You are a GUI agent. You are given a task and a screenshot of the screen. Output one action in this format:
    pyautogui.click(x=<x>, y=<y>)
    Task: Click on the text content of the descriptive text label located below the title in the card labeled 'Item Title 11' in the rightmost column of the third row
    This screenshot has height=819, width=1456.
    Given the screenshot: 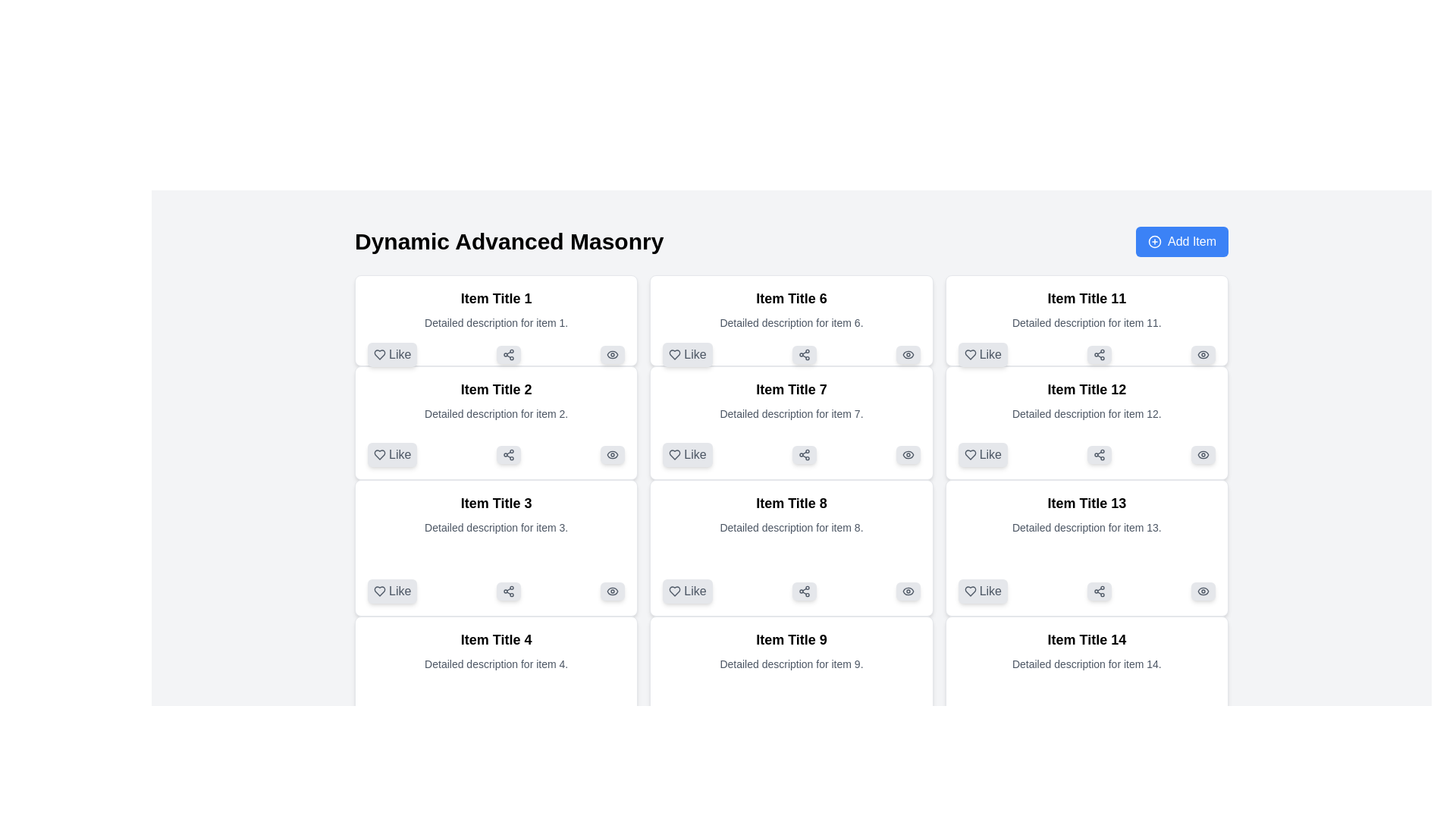 What is the action you would take?
    pyautogui.click(x=1086, y=322)
    